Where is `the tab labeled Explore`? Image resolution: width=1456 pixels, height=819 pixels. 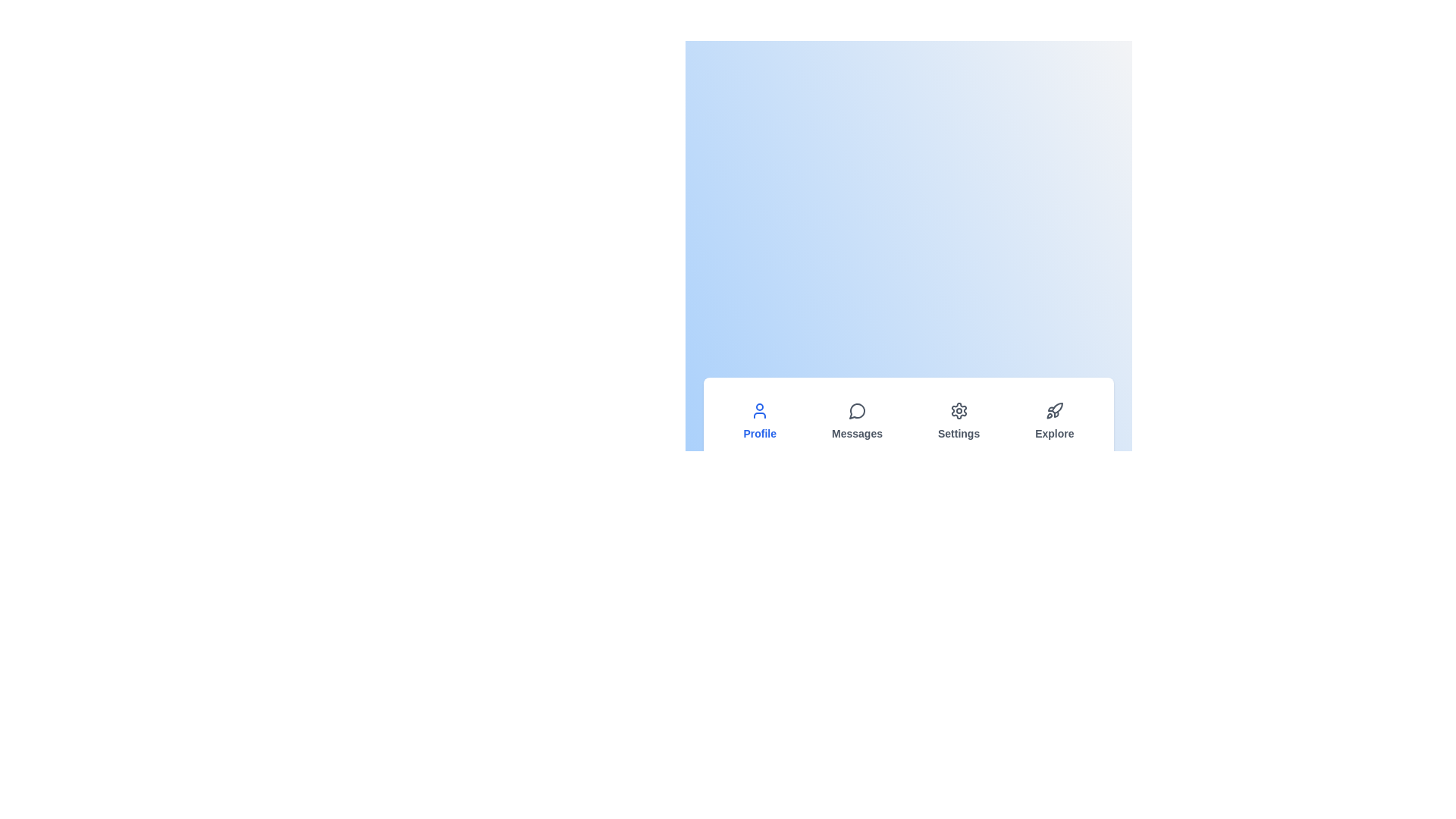
the tab labeled Explore is located at coordinates (1053, 421).